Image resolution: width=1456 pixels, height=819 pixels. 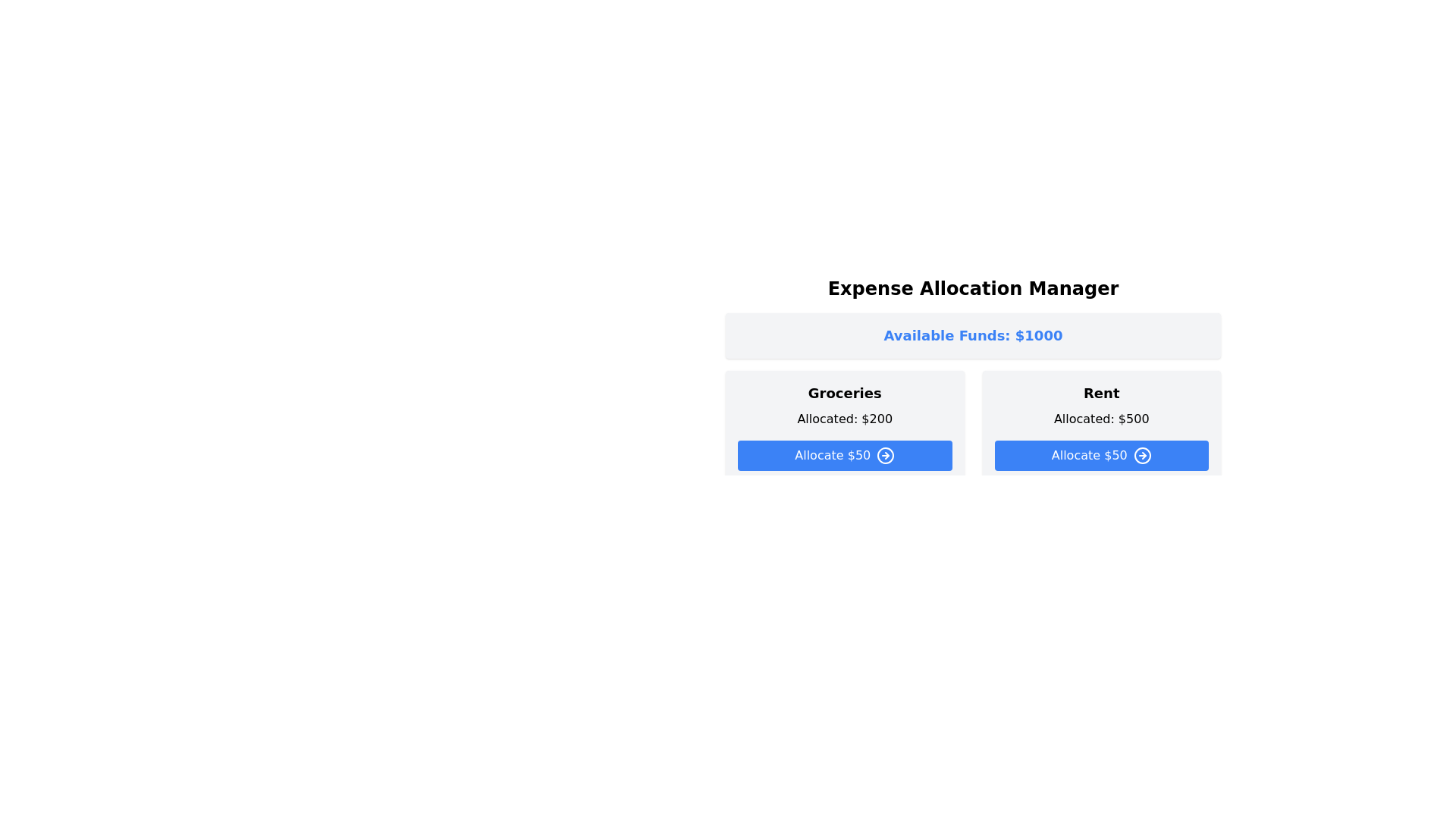 What do you see at coordinates (886, 585) in the screenshot?
I see `the decorative vector graphic circle within the 'Allocate $50' button, located in the lower-right area of the button` at bounding box center [886, 585].